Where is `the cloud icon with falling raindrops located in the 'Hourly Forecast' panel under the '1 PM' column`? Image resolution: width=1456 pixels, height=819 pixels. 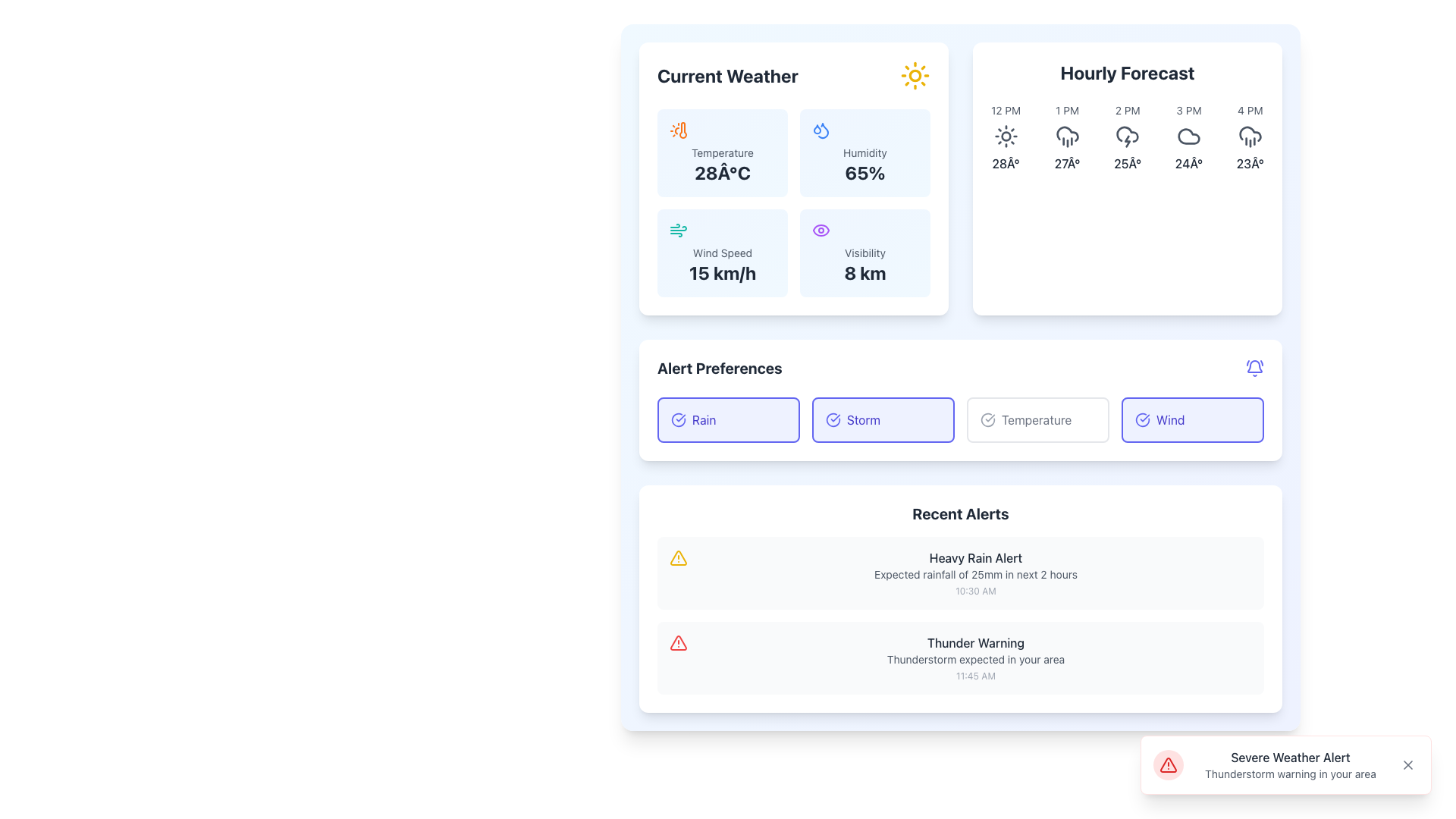
the cloud icon with falling raindrops located in the 'Hourly Forecast' panel under the '1 PM' column is located at coordinates (1066, 136).